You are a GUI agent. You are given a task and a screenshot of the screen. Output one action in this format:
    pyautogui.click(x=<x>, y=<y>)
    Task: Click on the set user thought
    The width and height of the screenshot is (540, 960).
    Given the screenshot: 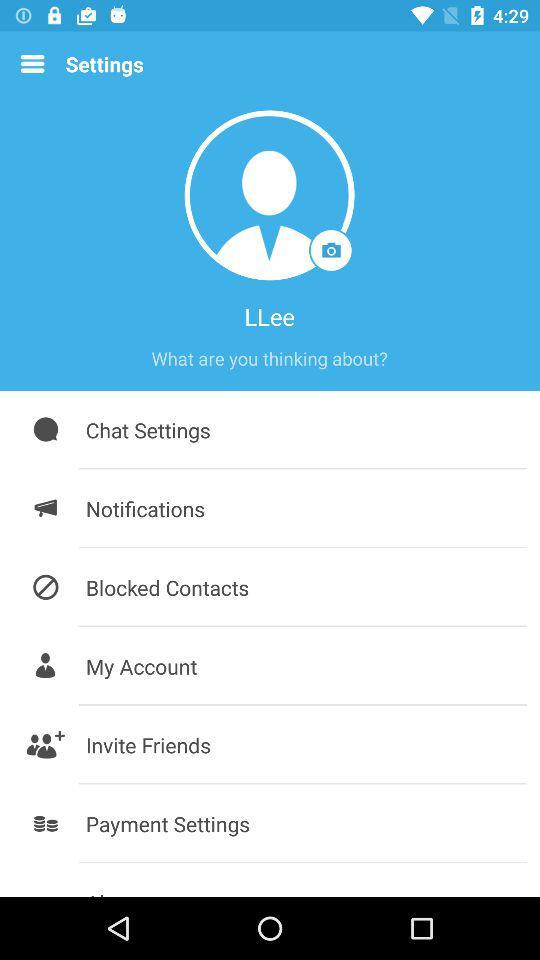 What is the action you would take?
    pyautogui.click(x=269, y=358)
    